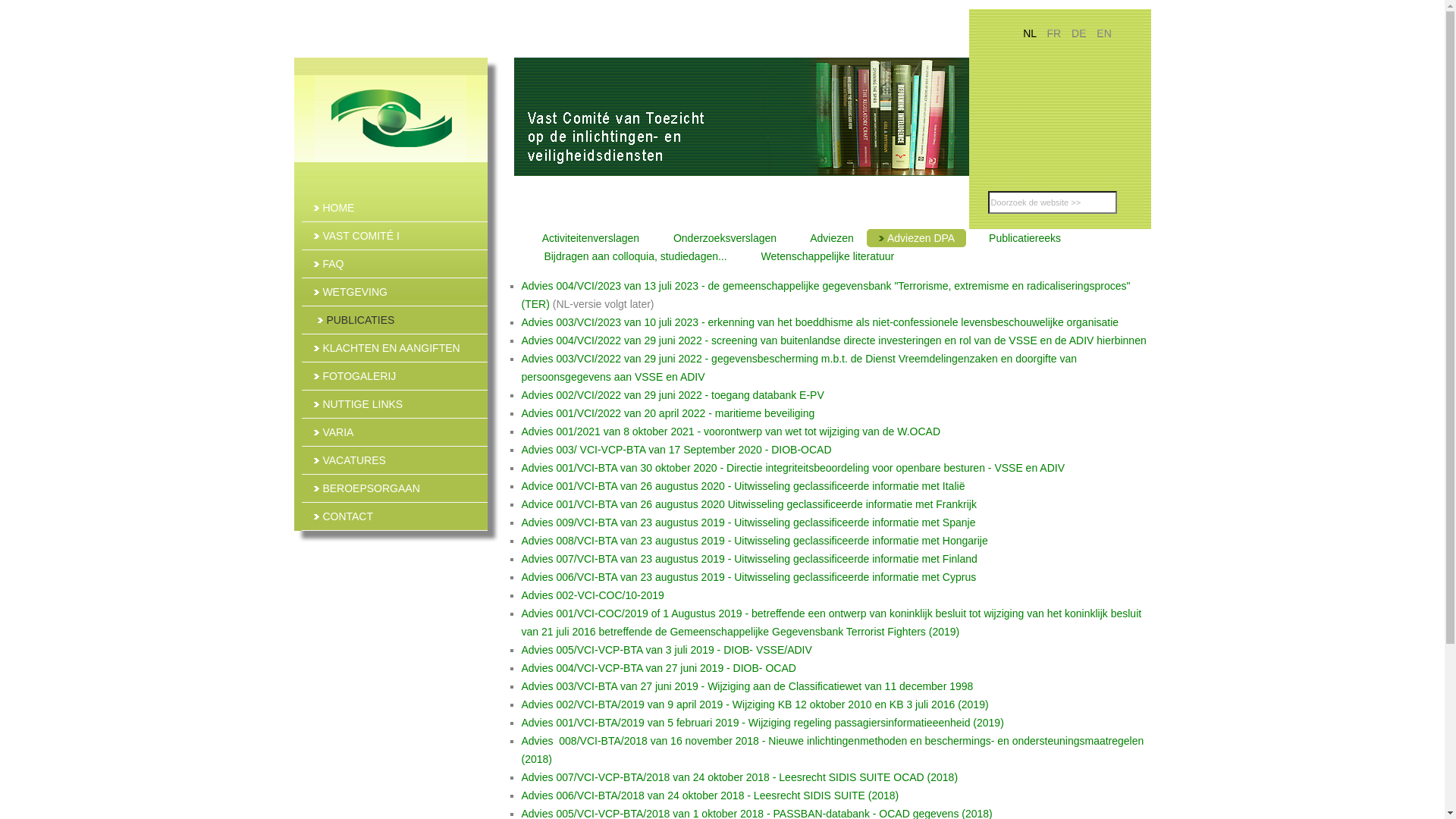 The height and width of the screenshot is (819, 1456). Describe the element at coordinates (630, 256) in the screenshot. I see `'Bijdragen aan colloquia, studiedagen...'` at that location.